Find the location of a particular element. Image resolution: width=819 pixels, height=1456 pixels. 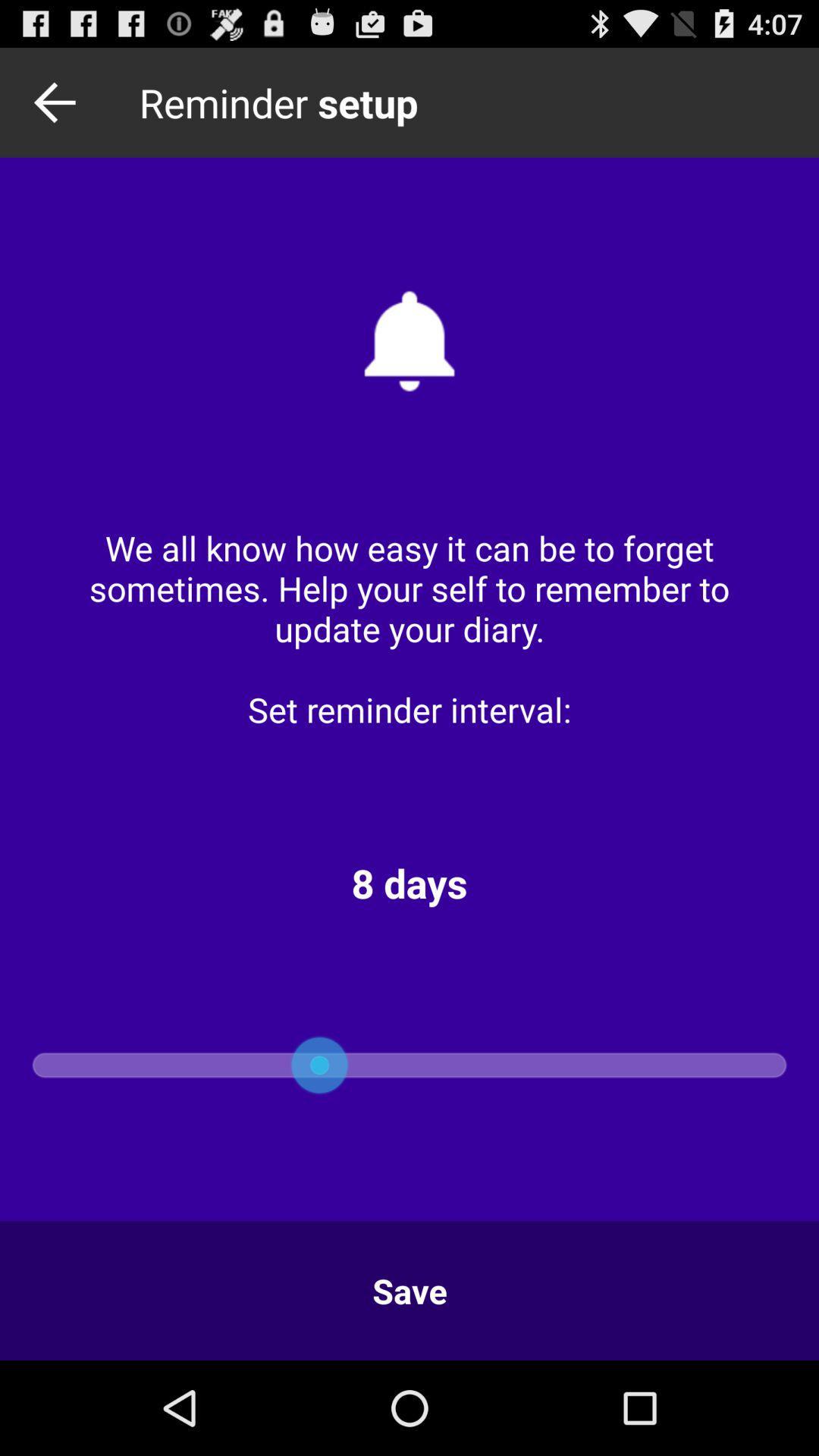

the arrow_backward icon is located at coordinates (58, 108).